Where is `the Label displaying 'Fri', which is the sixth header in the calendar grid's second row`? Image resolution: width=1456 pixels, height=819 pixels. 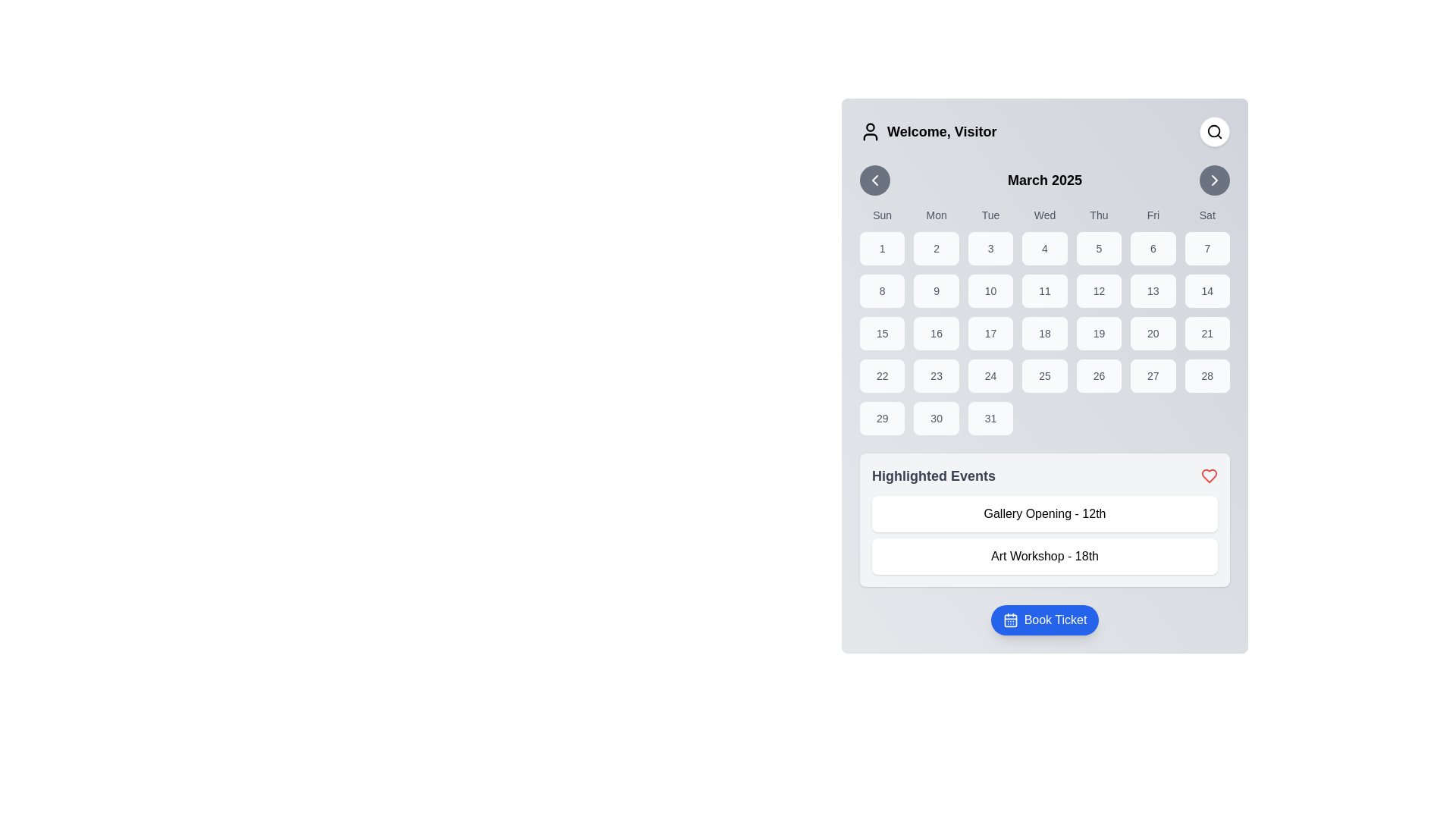
the Label displaying 'Fri', which is the sixth header in the calendar grid's second row is located at coordinates (1153, 215).